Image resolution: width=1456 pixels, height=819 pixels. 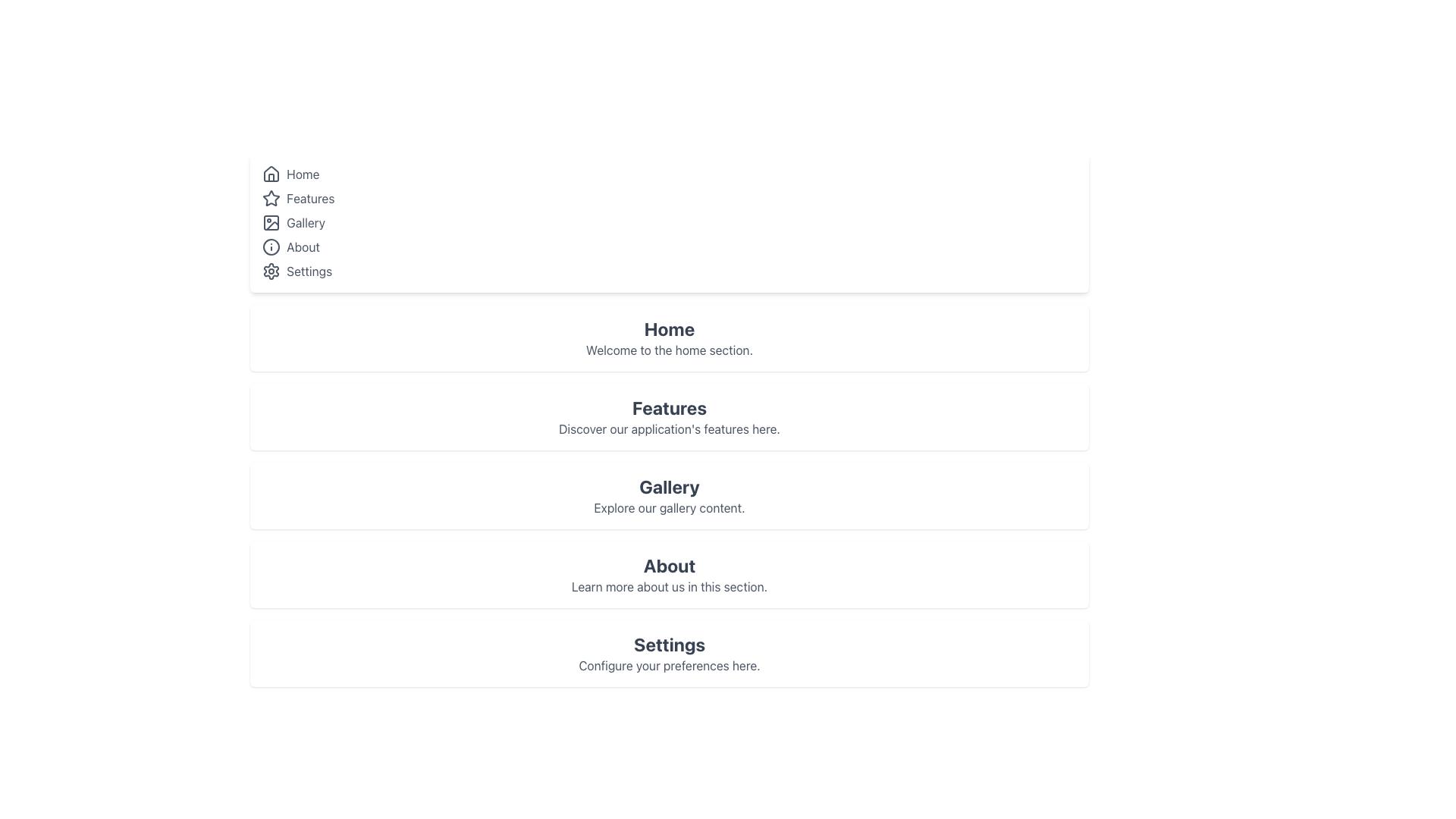 I want to click on the Text Block that serves as the section header and introduction for the 'Home' section, located directly under the vertical navigation menu, so click(x=669, y=337).